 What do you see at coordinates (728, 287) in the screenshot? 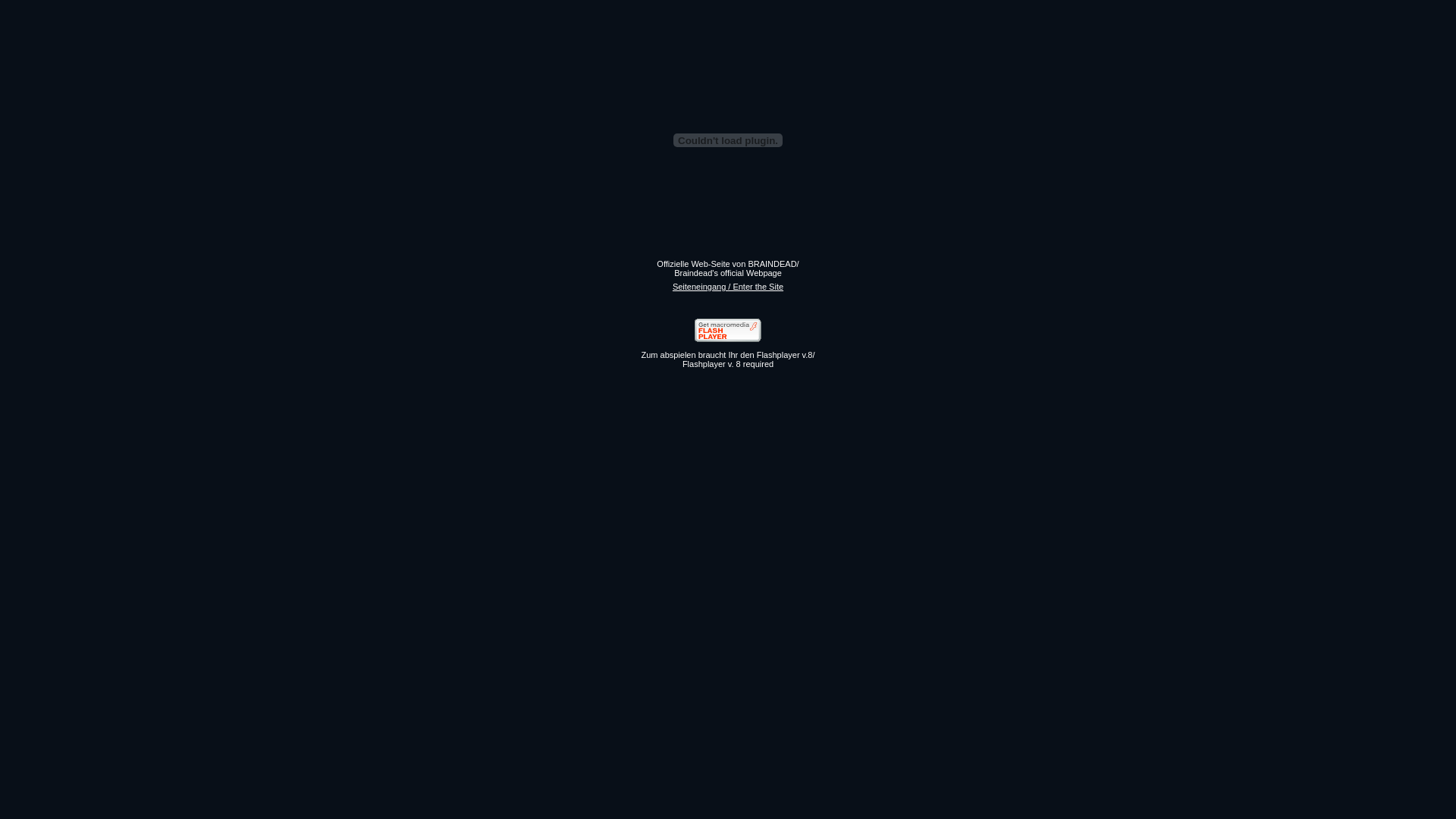
I see `'Seiteneingang / Enter the Site'` at bounding box center [728, 287].